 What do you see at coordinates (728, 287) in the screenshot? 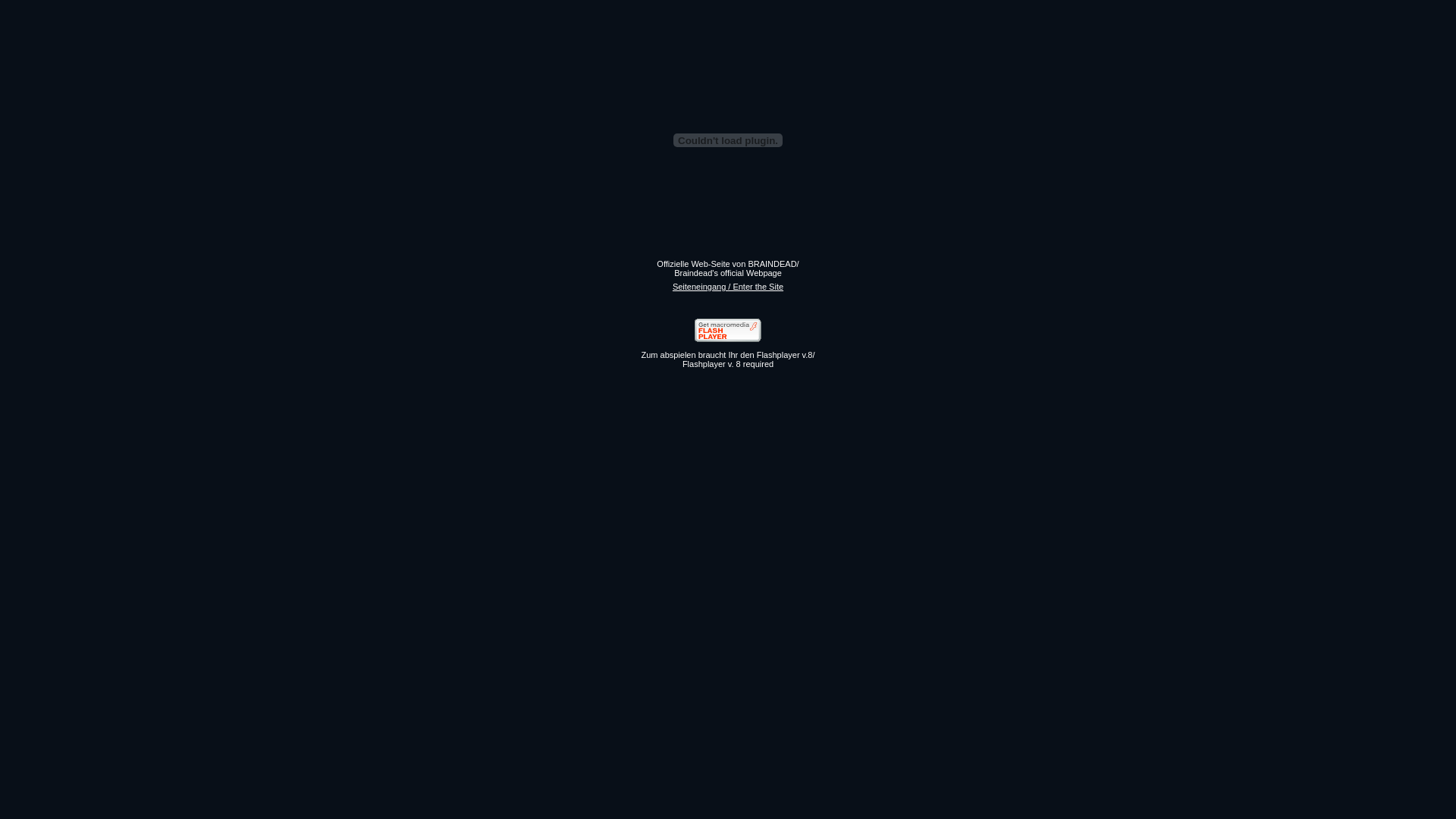
I see `'Seiteneingang / Enter the Site'` at bounding box center [728, 287].